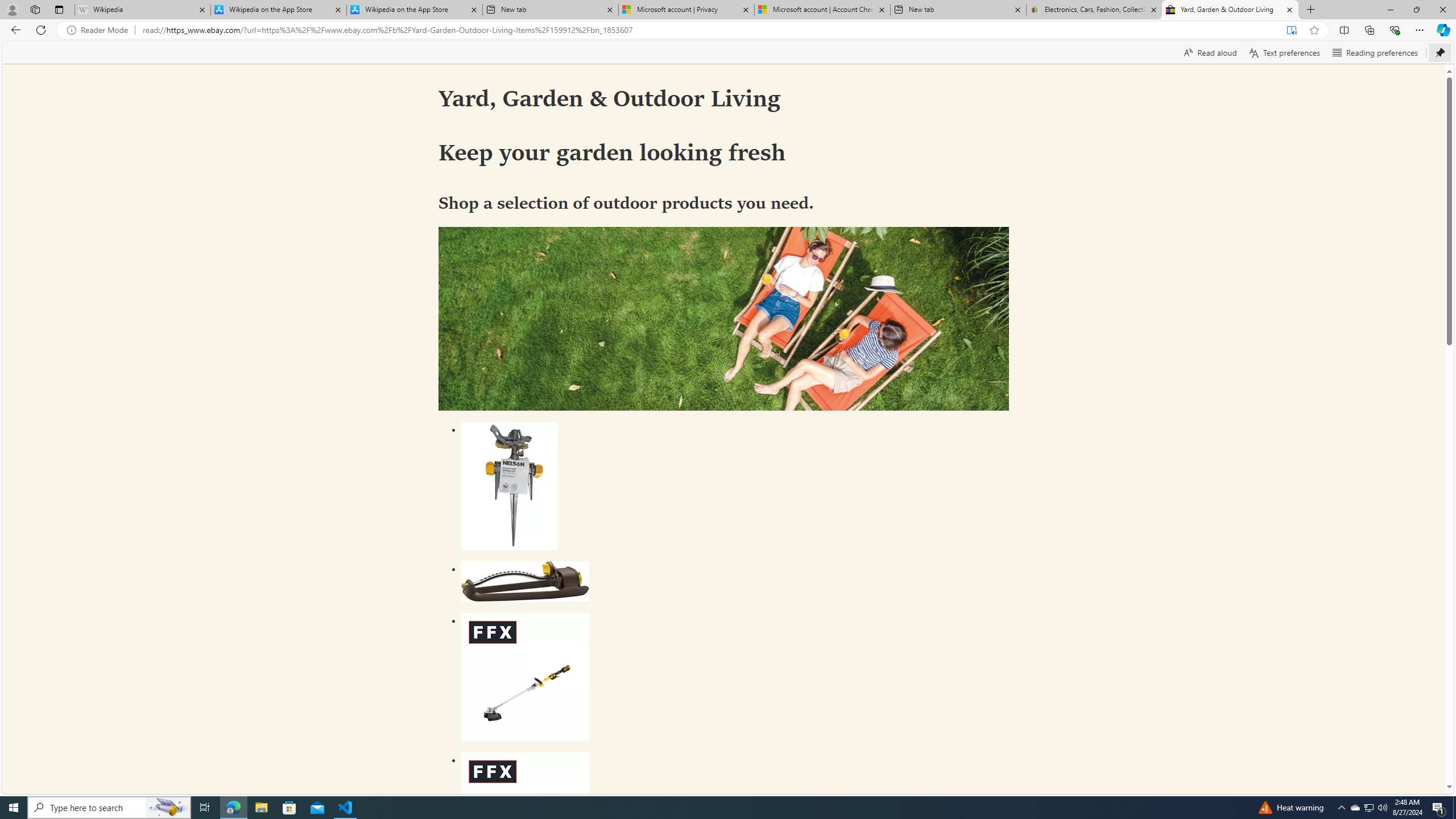 This screenshot has width=1456, height=819. I want to click on 'Wikipedia - Sleeping', so click(142, 9).